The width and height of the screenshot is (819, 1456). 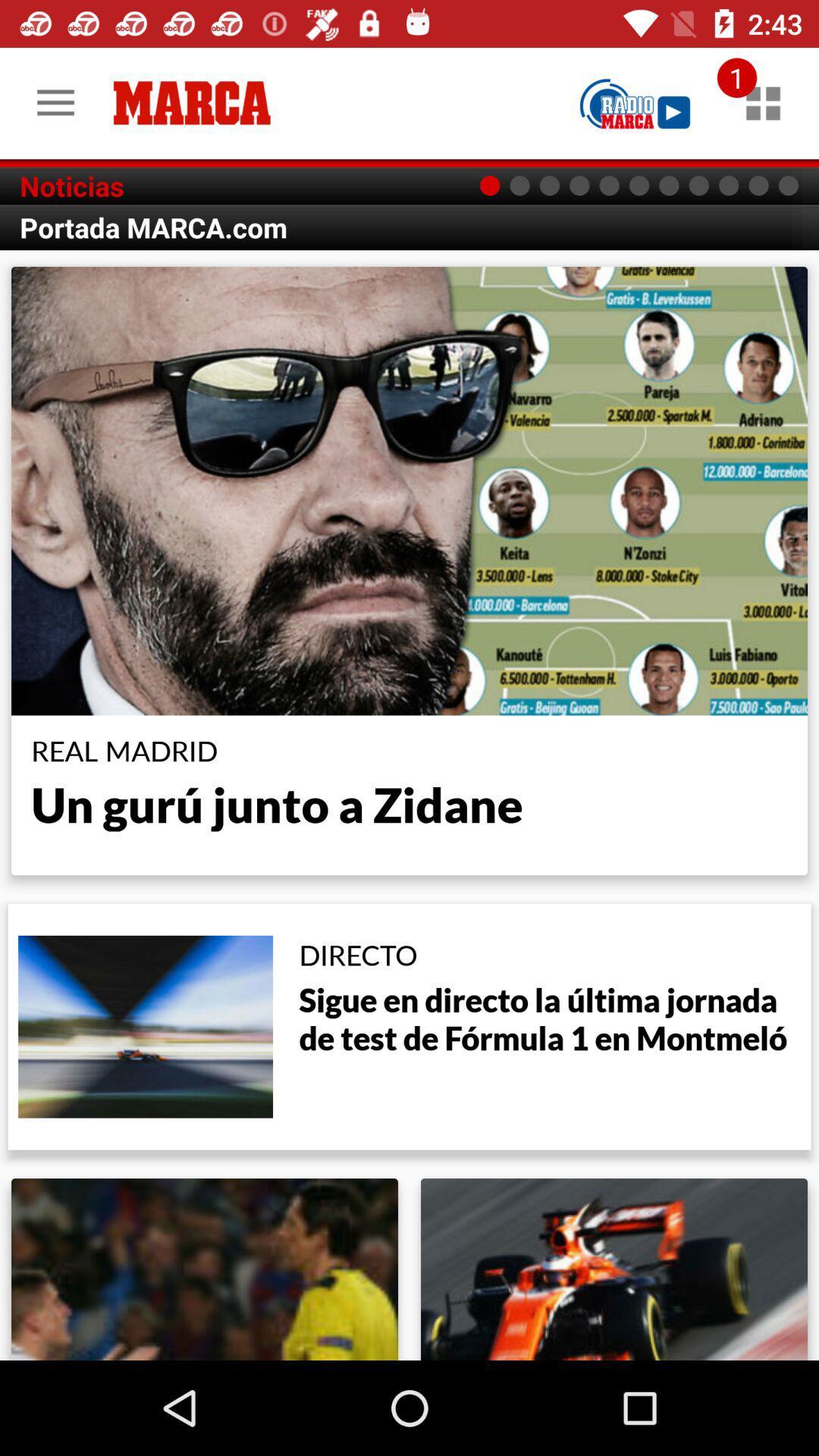 What do you see at coordinates (635, 102) in the screenshot?
I see `the icon to the right of the noticias item` at bounding box center [635, 102].